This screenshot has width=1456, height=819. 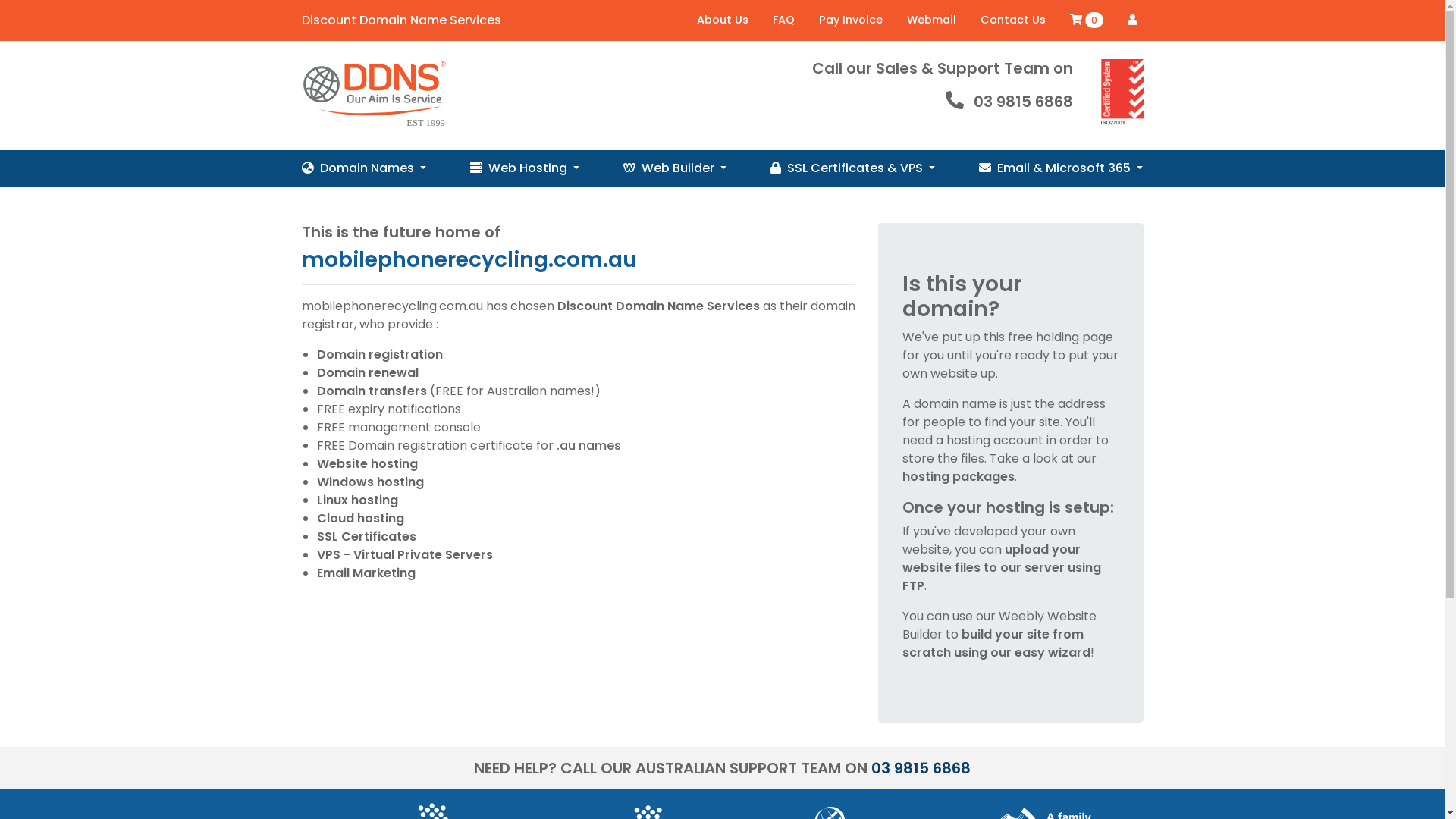 I want to click on 'FAQ', so click(x=783, y=20).